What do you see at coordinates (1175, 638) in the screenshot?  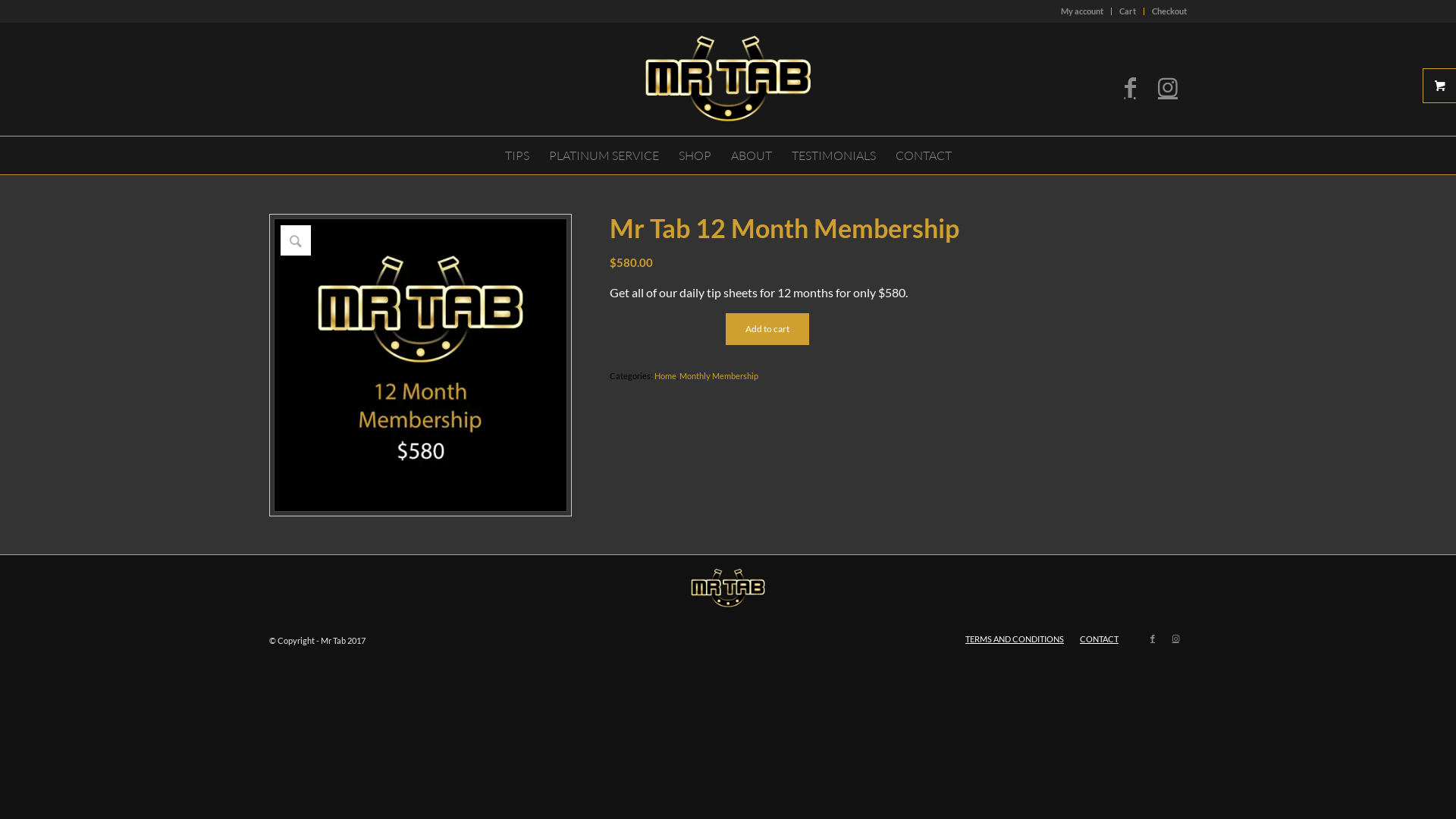 I see `'Instagram'` at bounding box center [1175, 638].